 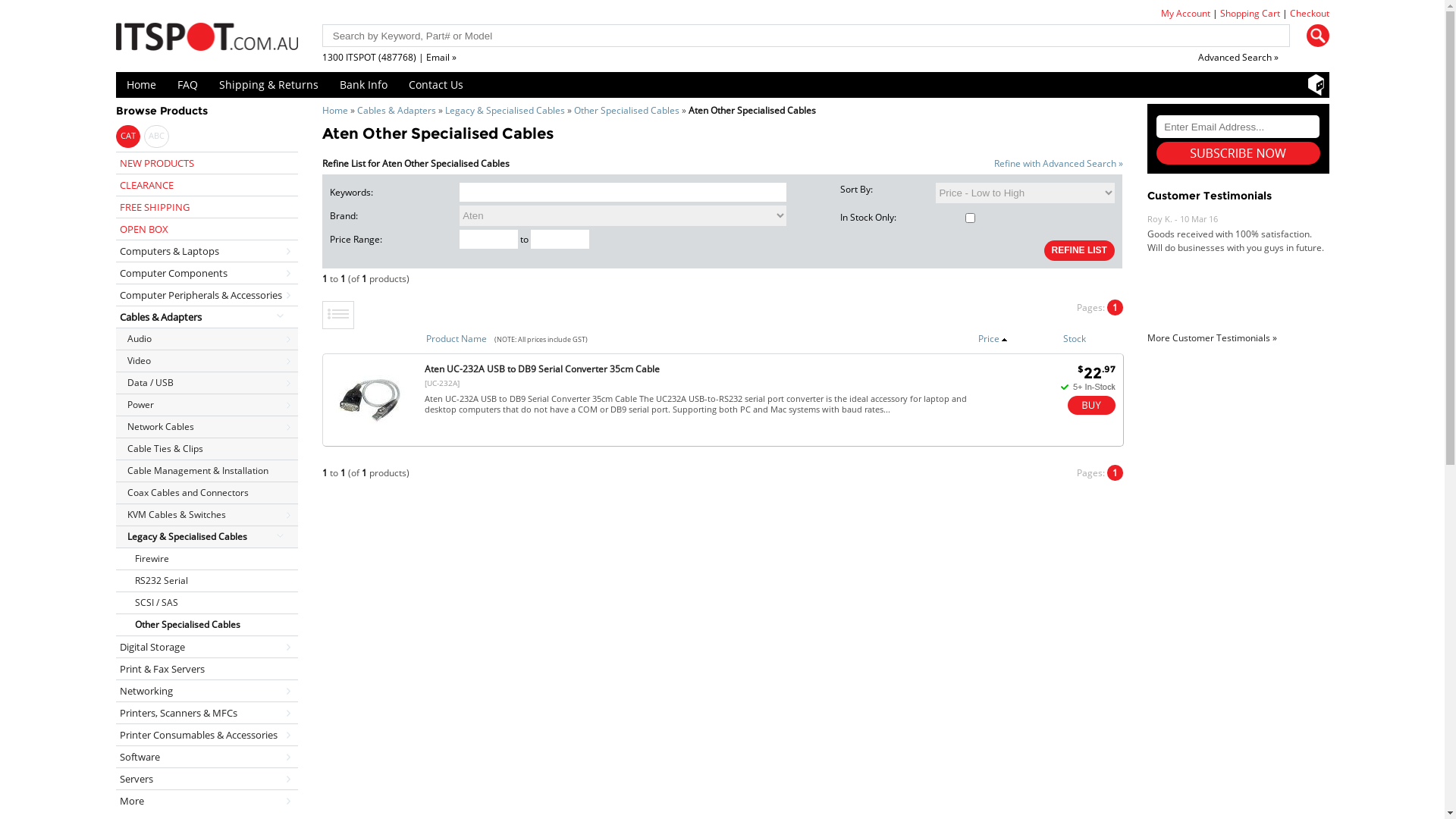 I want to click on 'Data / USB', so click(x=206, y=381).